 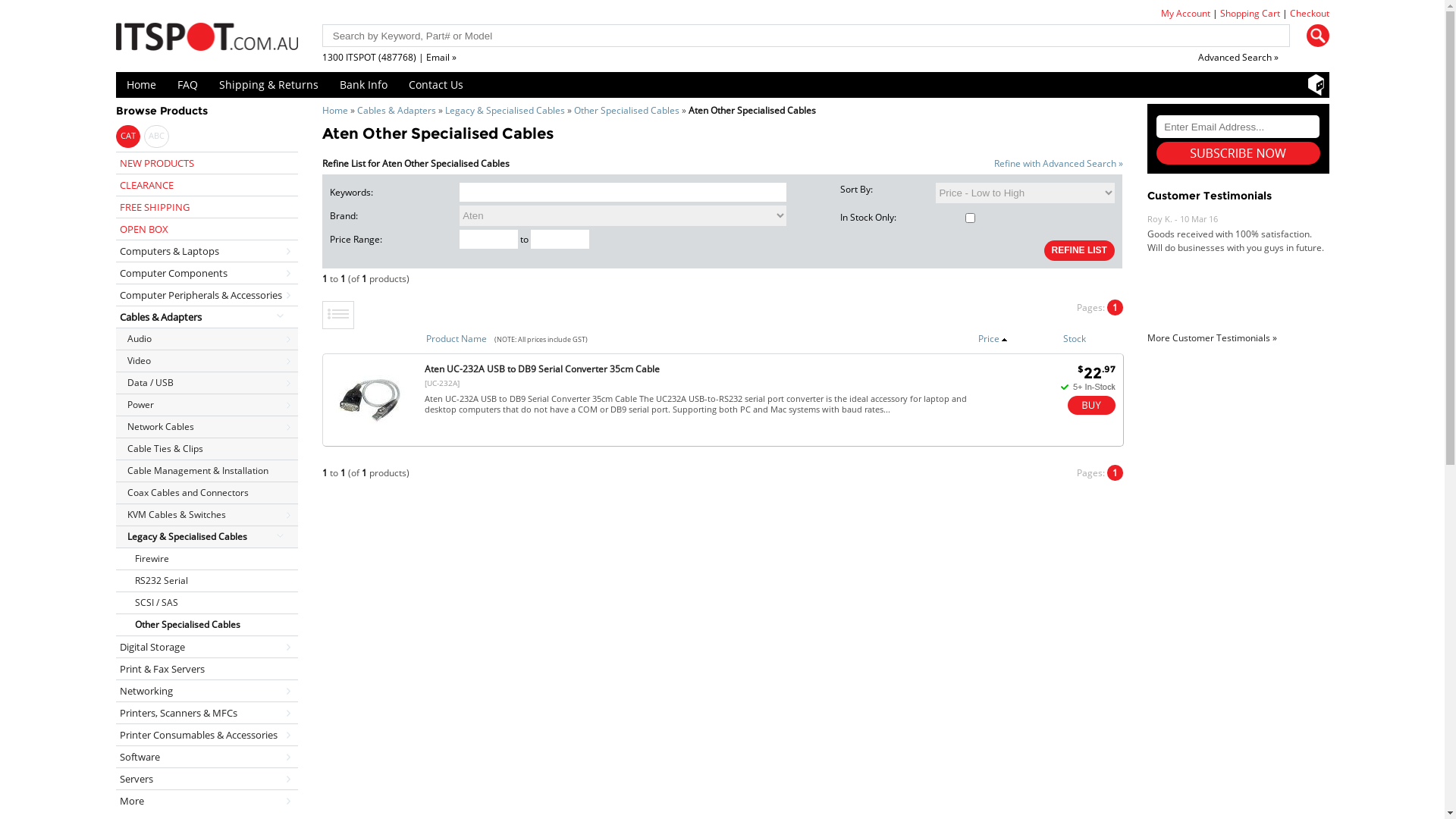 I want to click on 'Data / USB', so click(x=206, y=381).